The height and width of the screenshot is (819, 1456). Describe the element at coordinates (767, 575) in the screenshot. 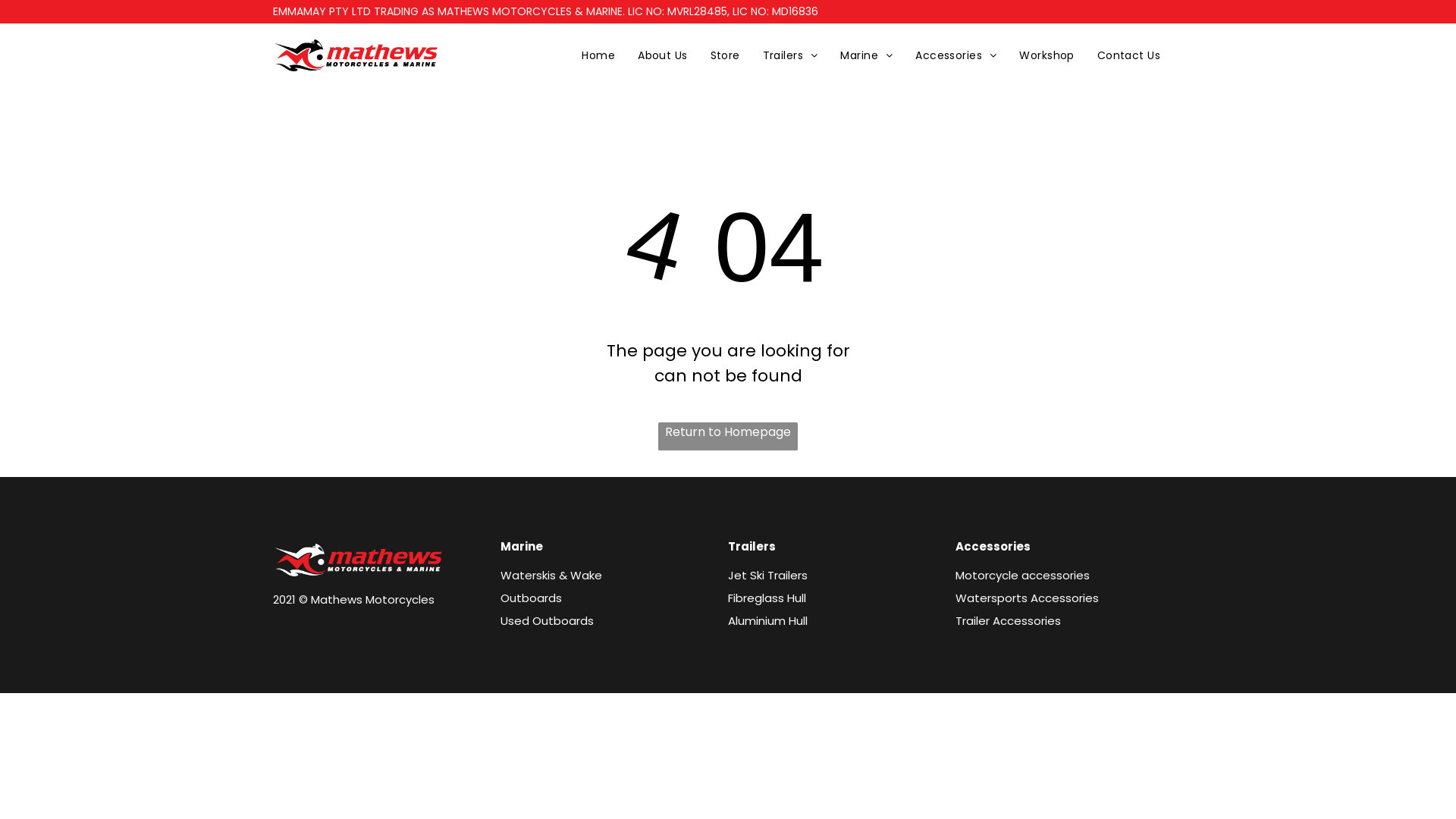

I see `'Jet Ski Trailers'` at that location.